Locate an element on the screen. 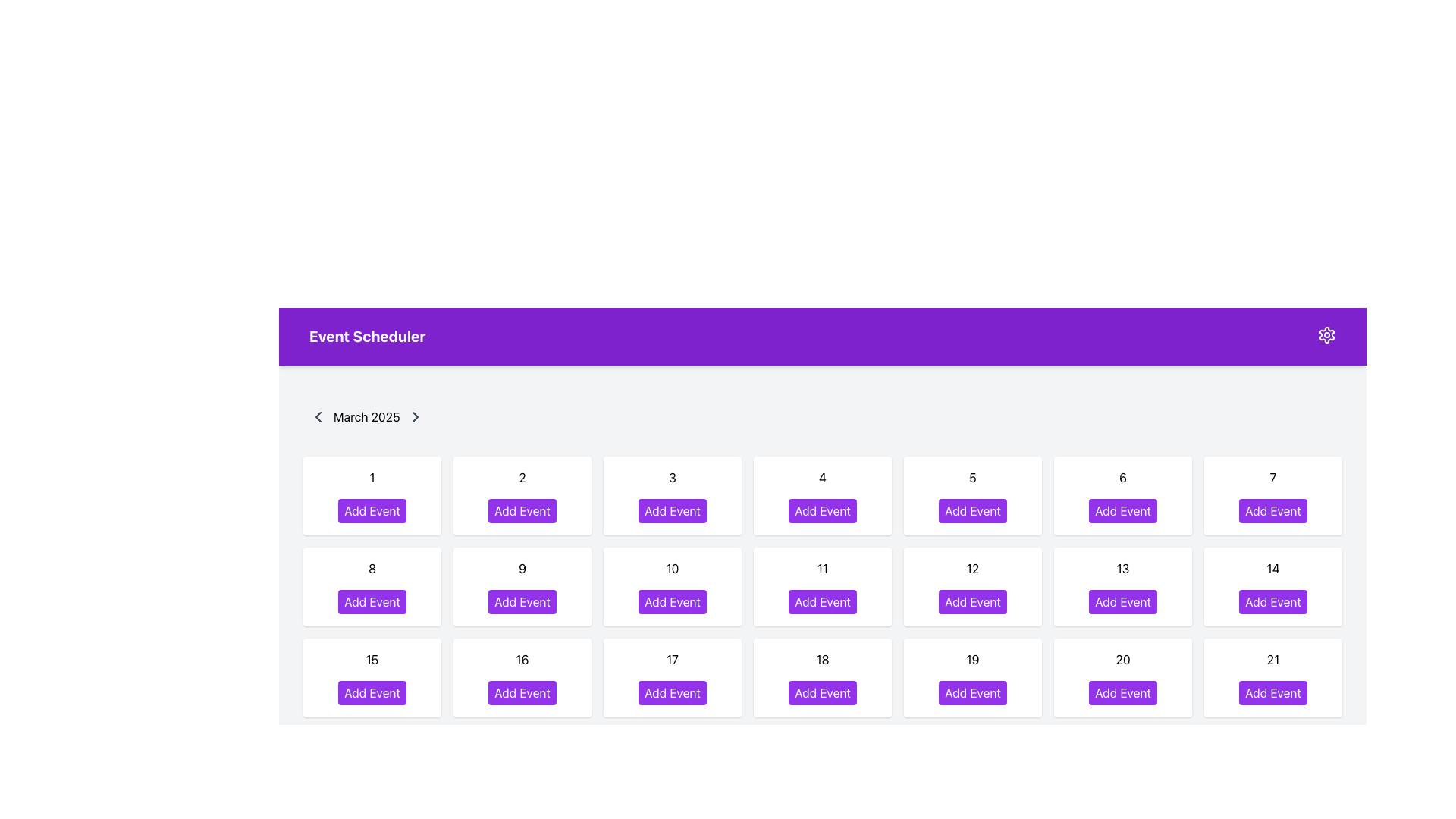 Image resolution: width=1456 pixels, height=819 pixels. the 'Add Event' button in the Calendar date card for the date '20' to trigger the hover effect is located at coordinates (1123, 677).